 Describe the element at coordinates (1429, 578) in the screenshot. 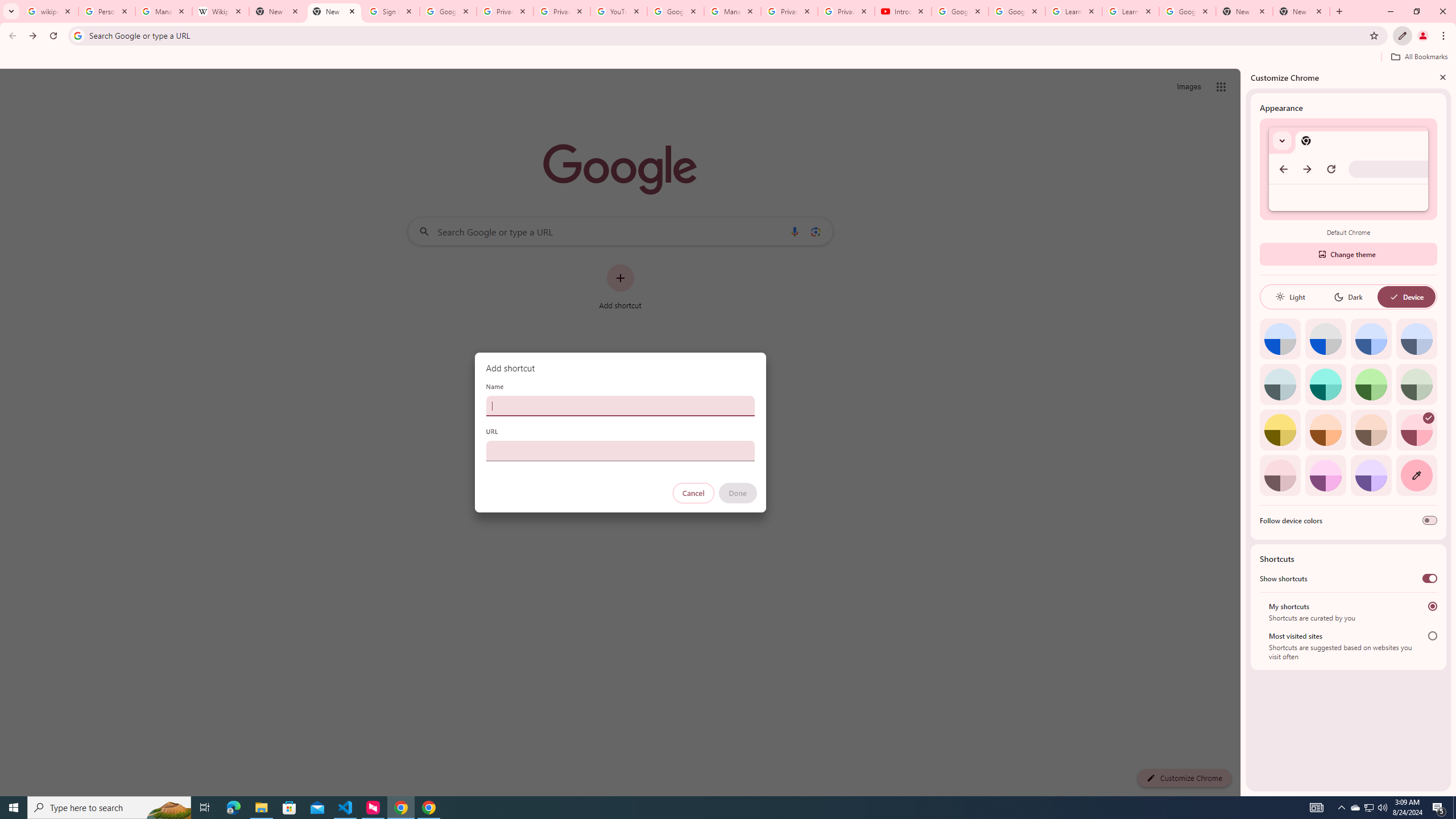

I see `'Show shortcuts'` at that location.